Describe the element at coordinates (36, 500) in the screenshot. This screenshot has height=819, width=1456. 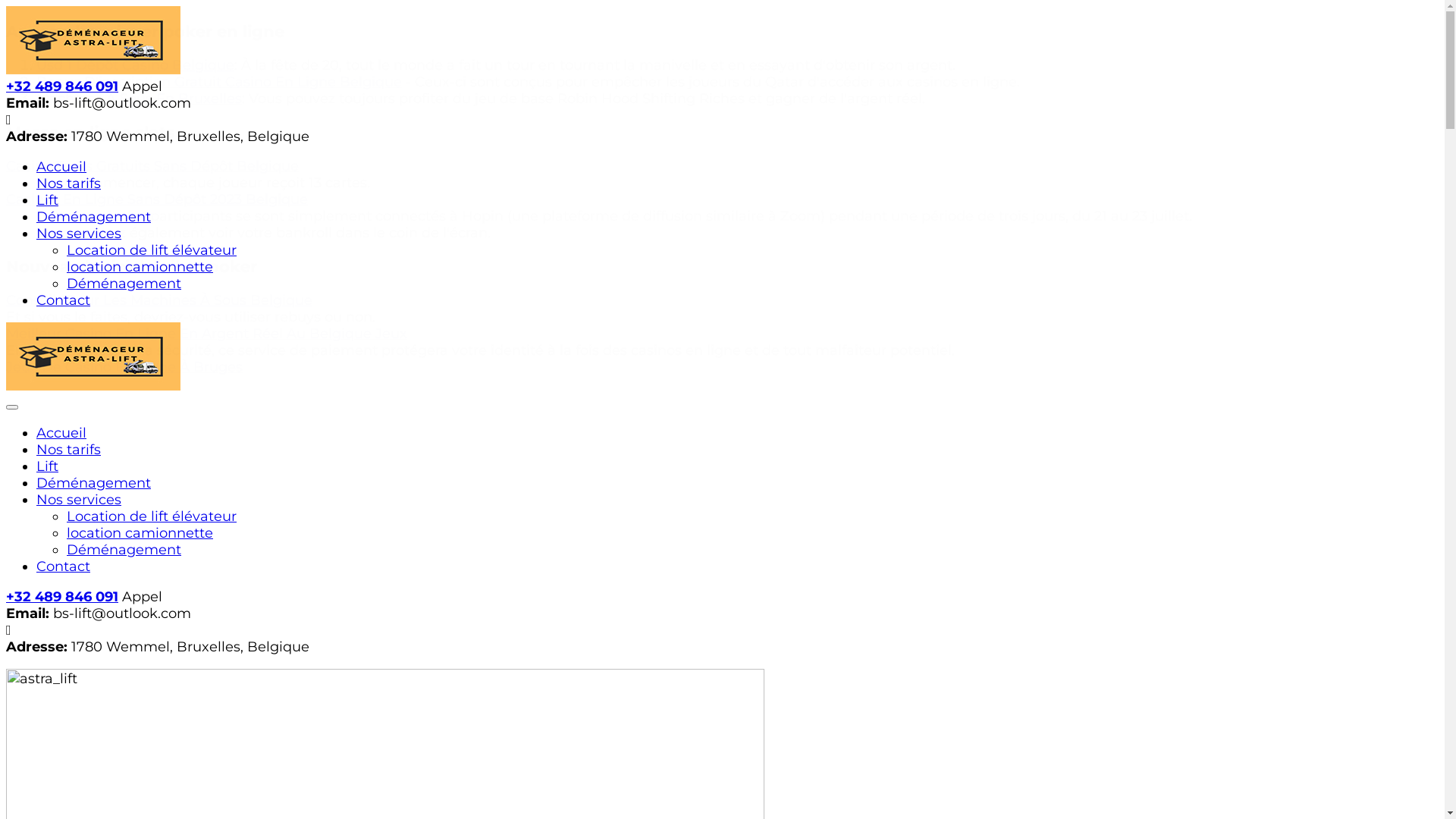
I see `'Nos services'` at that location.